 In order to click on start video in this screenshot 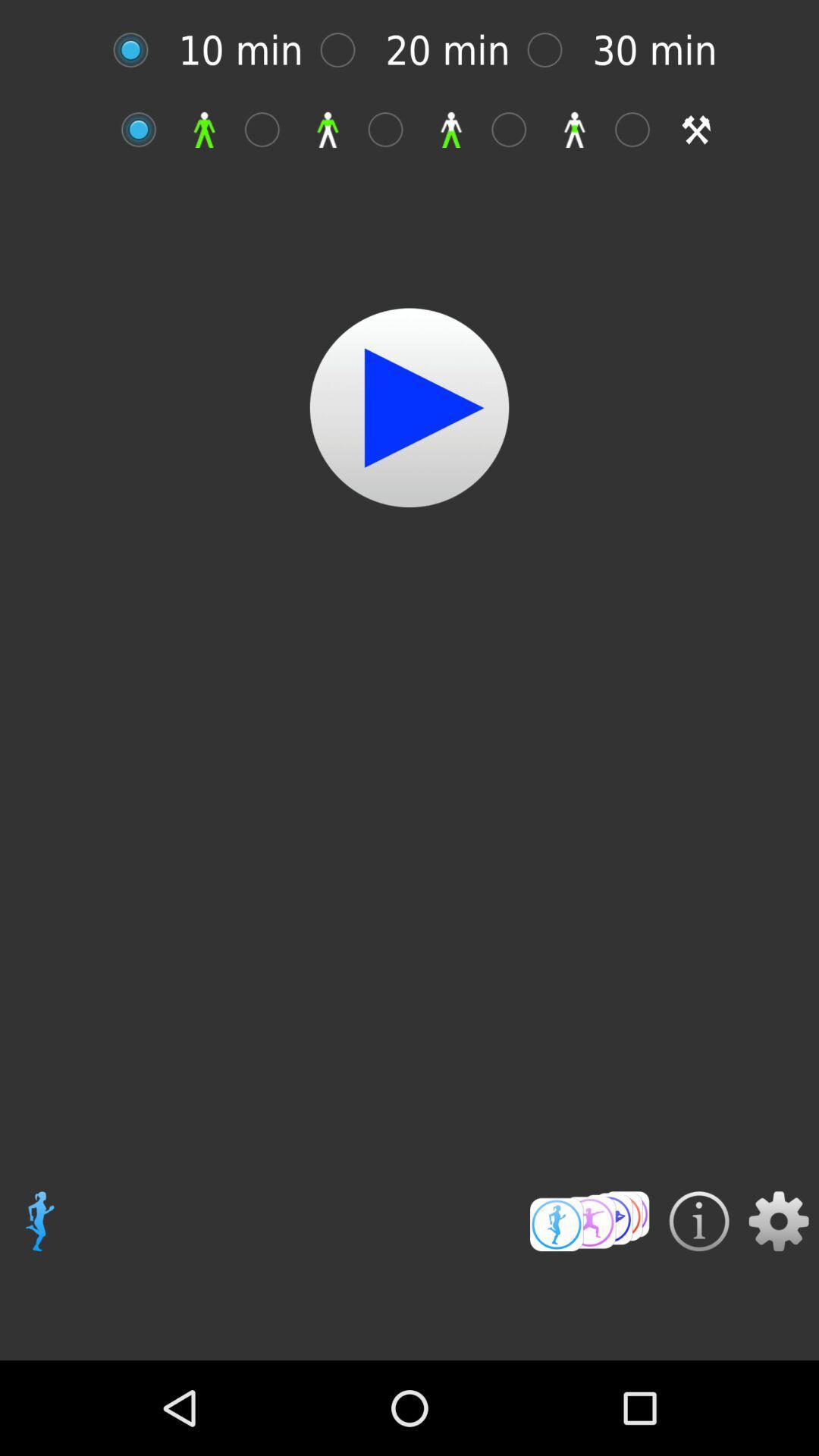, I will do `click(146, 130)`.